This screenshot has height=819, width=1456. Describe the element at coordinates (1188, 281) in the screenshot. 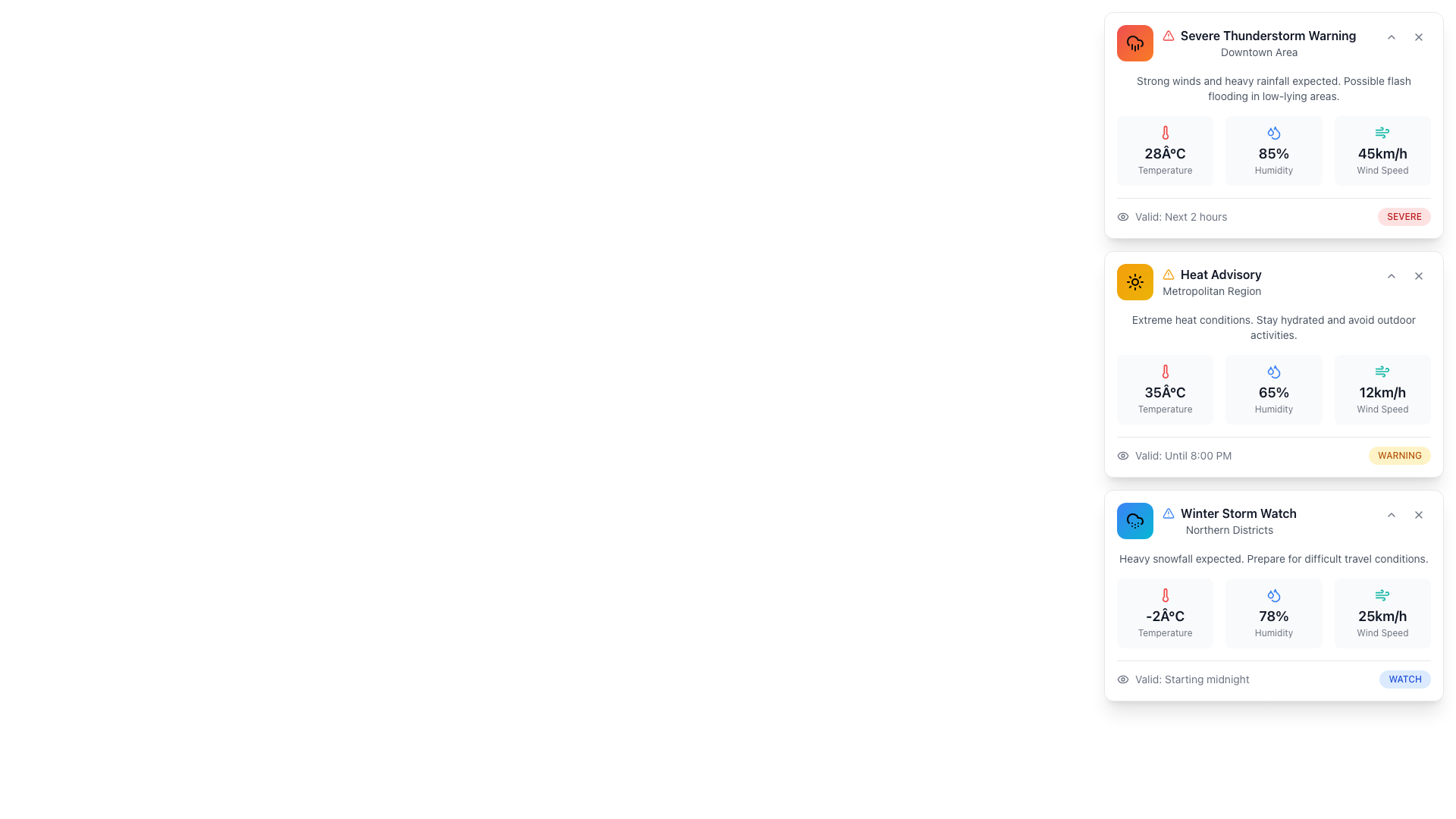

I see `the Informational Header displaying 'Heat Advisory Metropolitan Region', which includes a sun icon and an alert triangle, located at the top-left corner of its card` at that location.